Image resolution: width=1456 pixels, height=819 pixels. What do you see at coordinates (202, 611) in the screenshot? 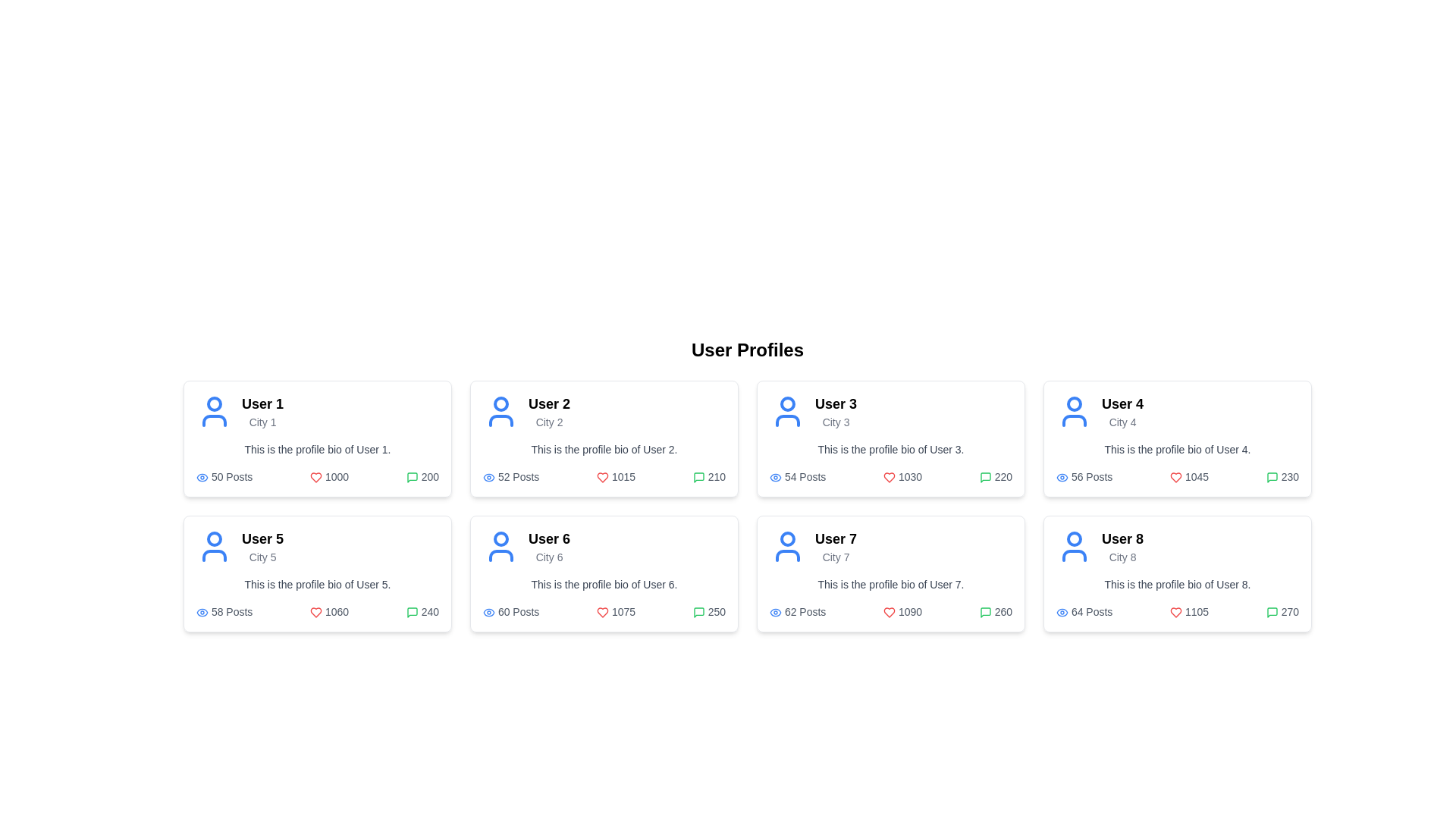
I see `the visibility icon located within the card labeled 'User 5', to the left of the text '58 Posts'` at bounding box center [202, 611].